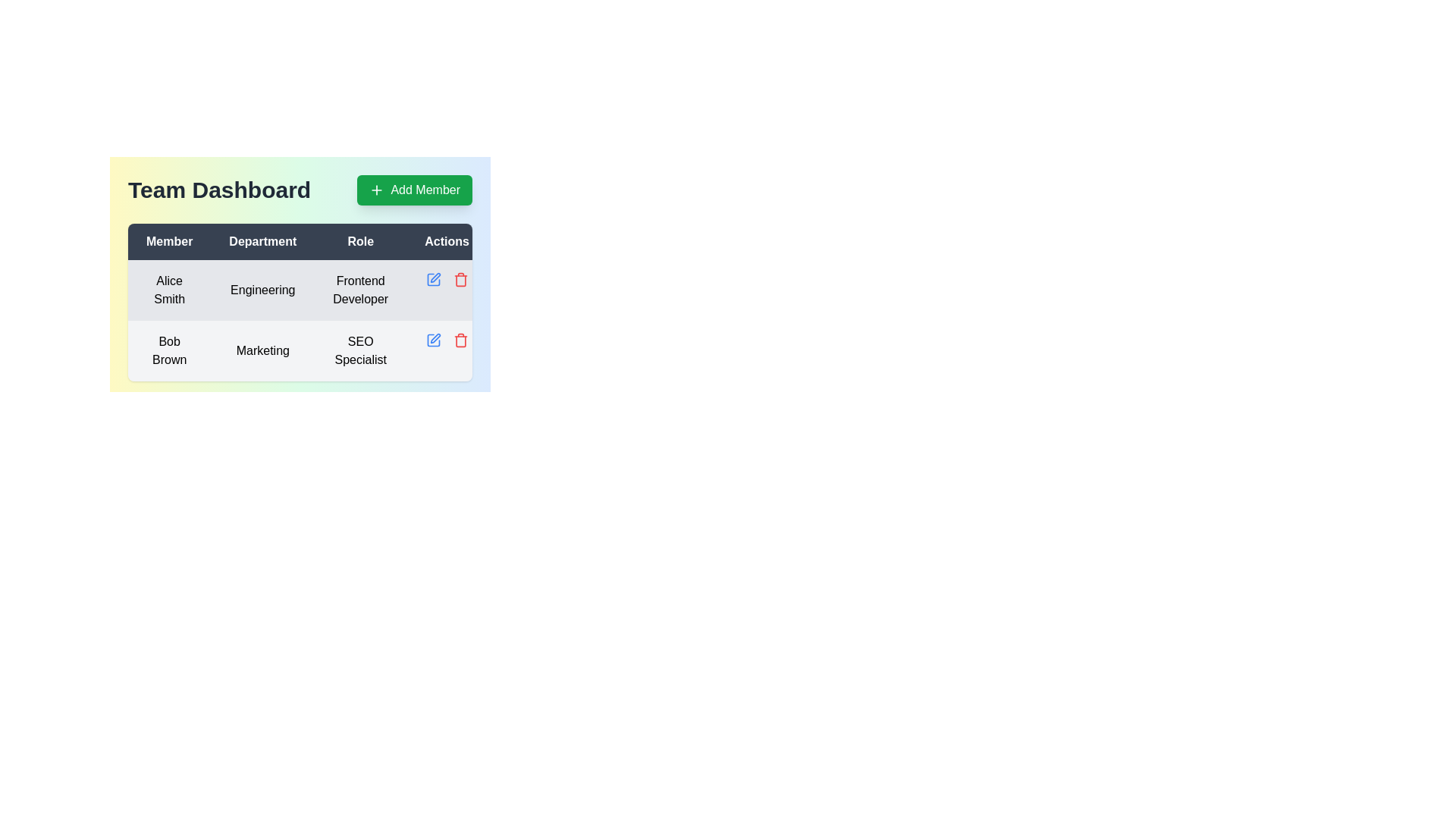 This screenshot has height=819, width=1456. What do you see at coordinates (169, 290) in the screenshot?
I see `the static text label displaying the name 'Alice Smith' located in the 'Member' column of the table, positioned above 'Bob Brown' and to the left of the 'Engineering' cell` at bounding box center [169, 290].